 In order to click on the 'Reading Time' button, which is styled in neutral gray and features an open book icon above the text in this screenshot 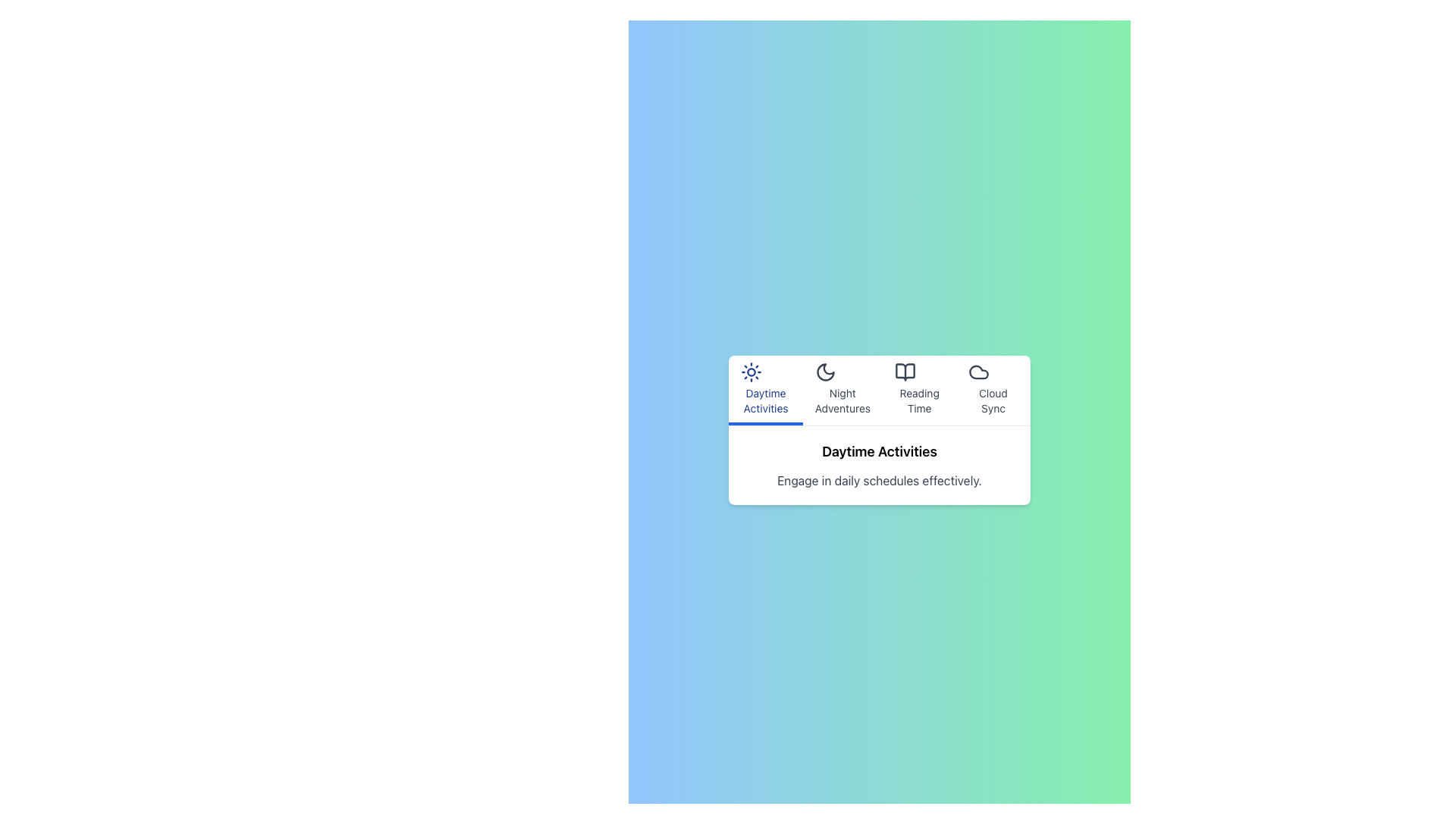, I will do `click(918, 389)`.